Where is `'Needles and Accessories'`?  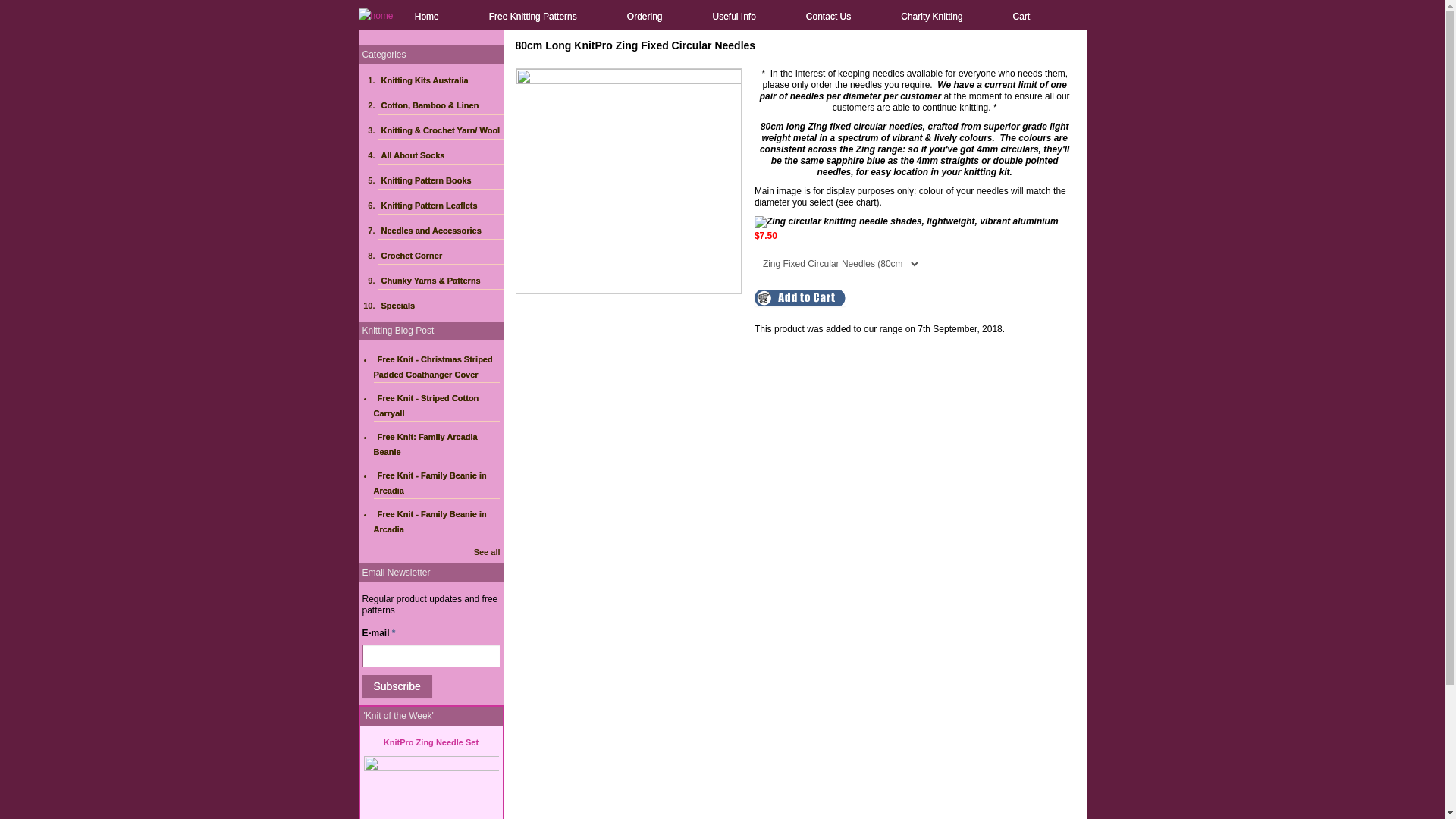 'Needles and Accessories' is located at coordinates (378, 231).